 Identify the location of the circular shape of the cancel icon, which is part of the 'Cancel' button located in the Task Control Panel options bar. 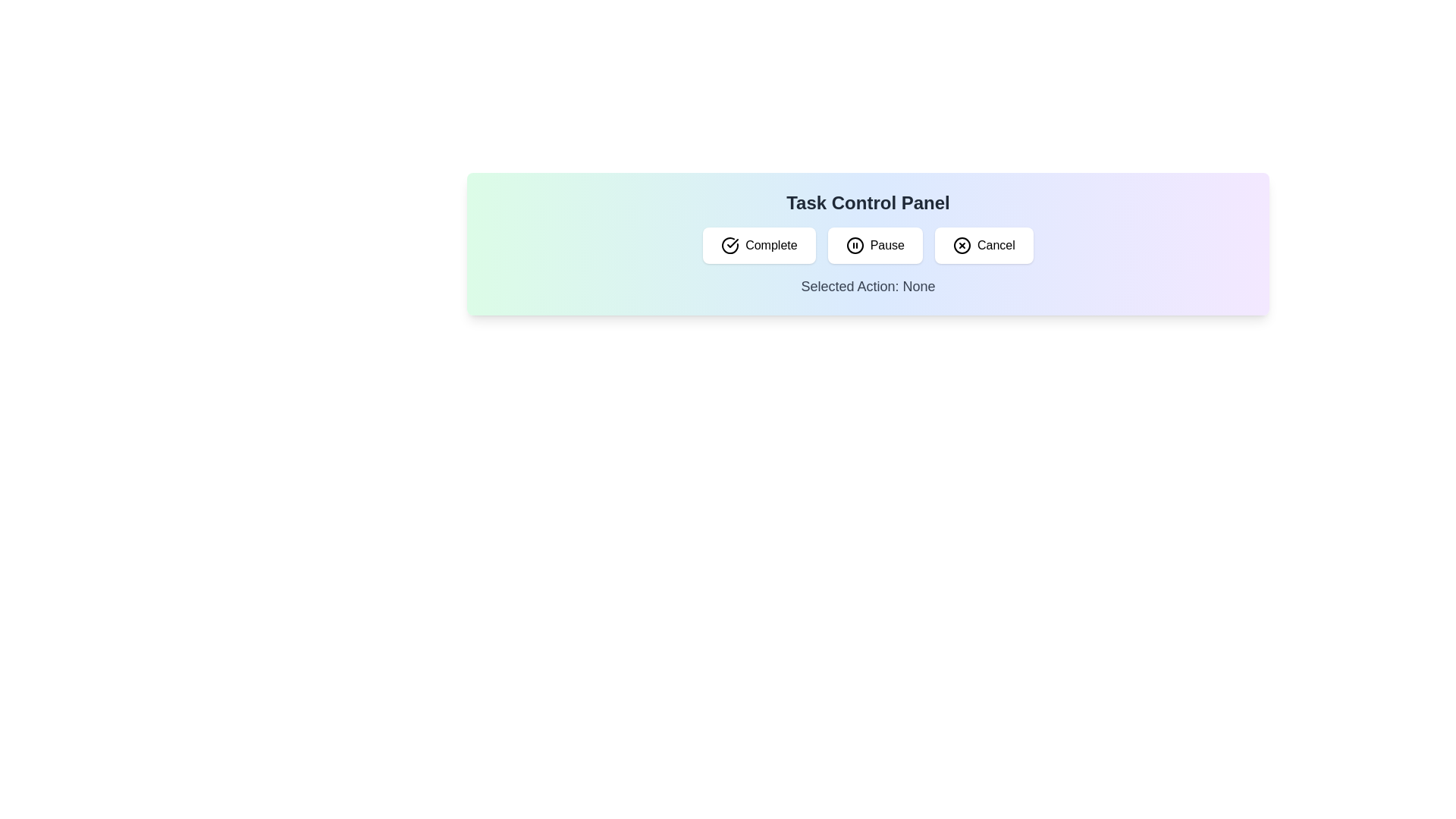
(961, 245).